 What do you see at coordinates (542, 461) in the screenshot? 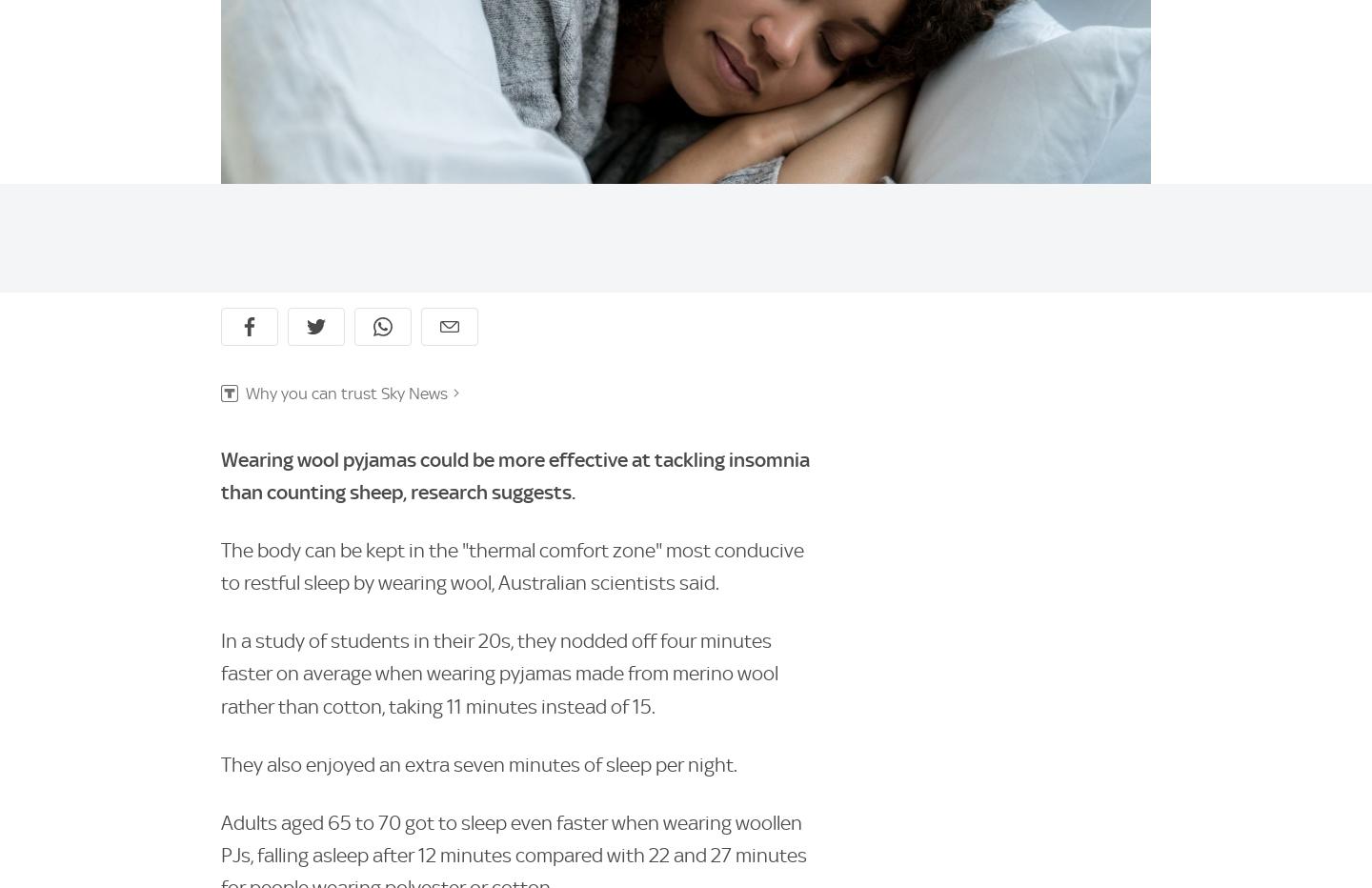
I see `'Sky News Services'` at bounding box center [542, 461].